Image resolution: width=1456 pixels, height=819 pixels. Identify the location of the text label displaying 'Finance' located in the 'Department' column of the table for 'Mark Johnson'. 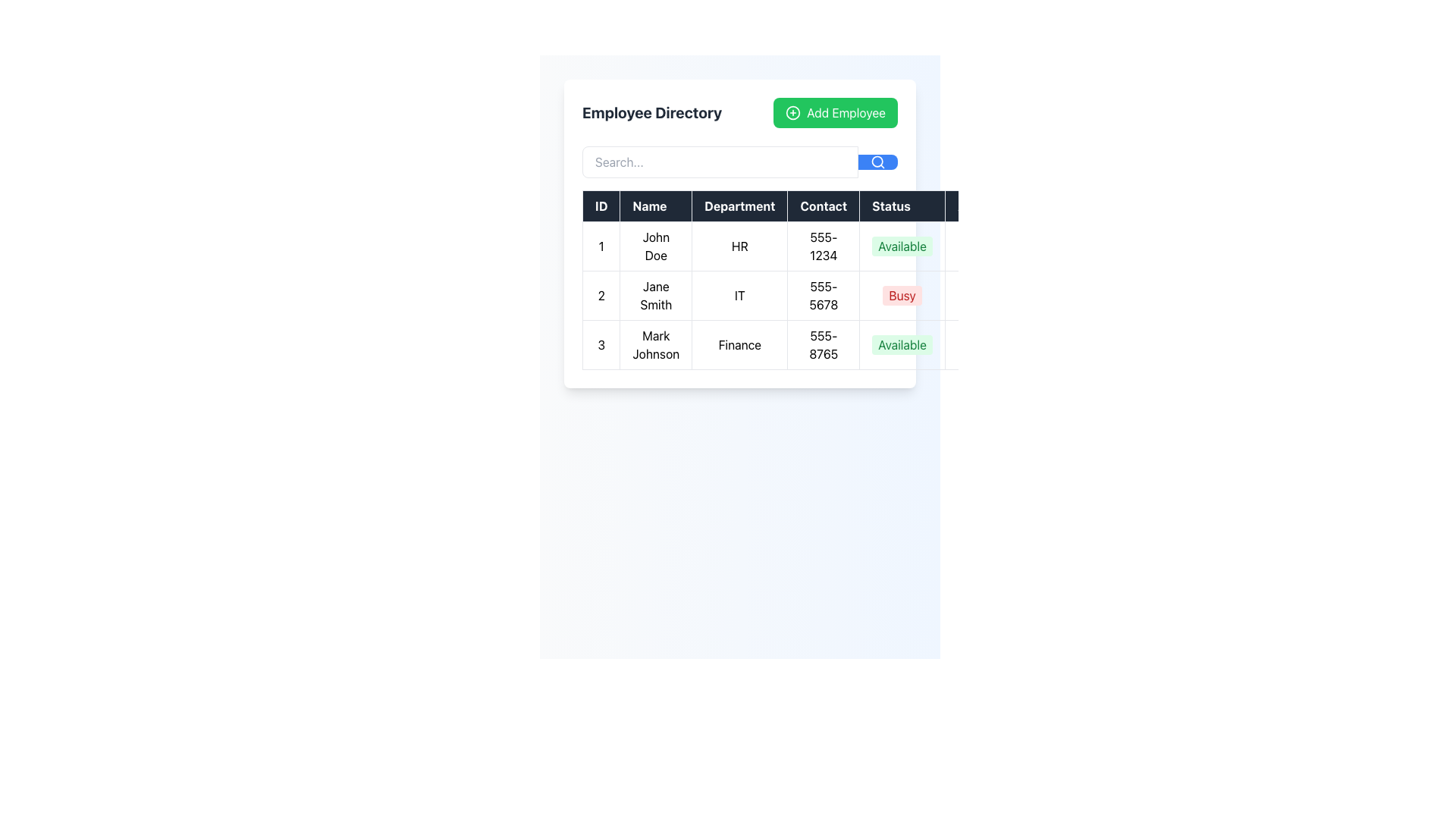
(739, 345).